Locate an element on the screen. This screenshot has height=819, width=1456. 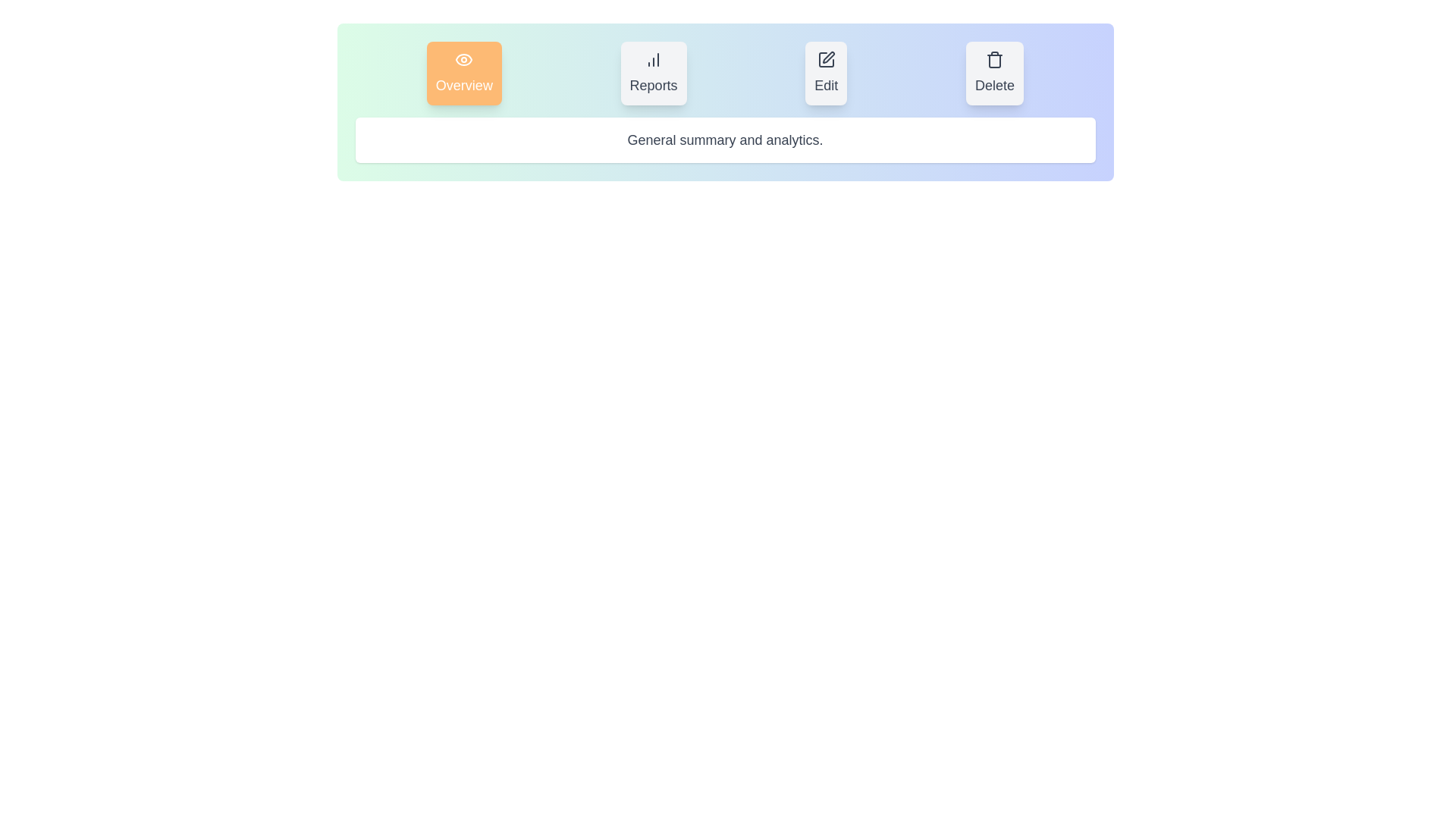
the Edit tab to view its content is located at coordinates (825, 73).